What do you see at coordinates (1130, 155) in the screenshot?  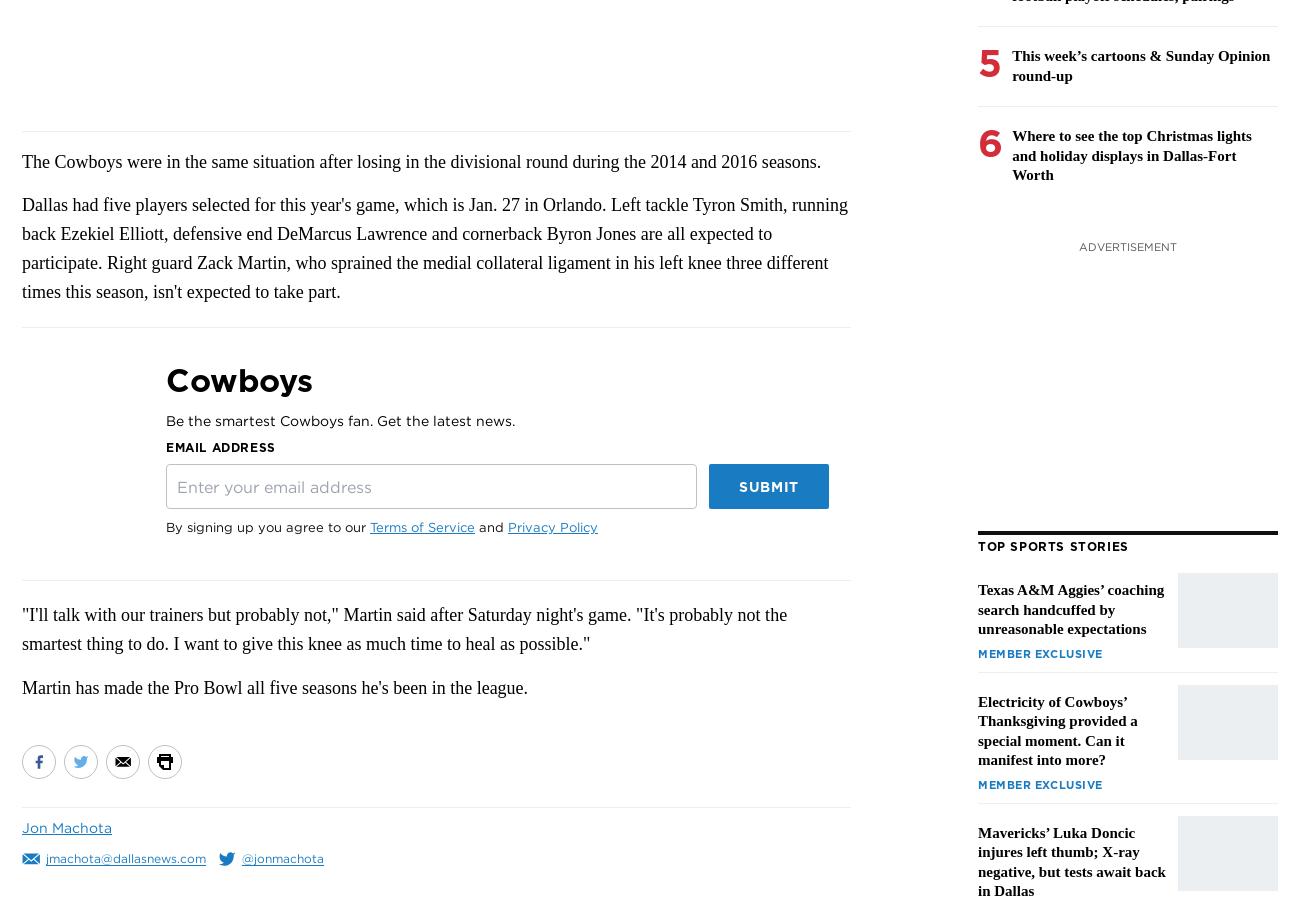 I see `'Where to see the top Christmas lights and holiday displays in Dallas-Fort Worth'` at bounding box center [1130, 155].